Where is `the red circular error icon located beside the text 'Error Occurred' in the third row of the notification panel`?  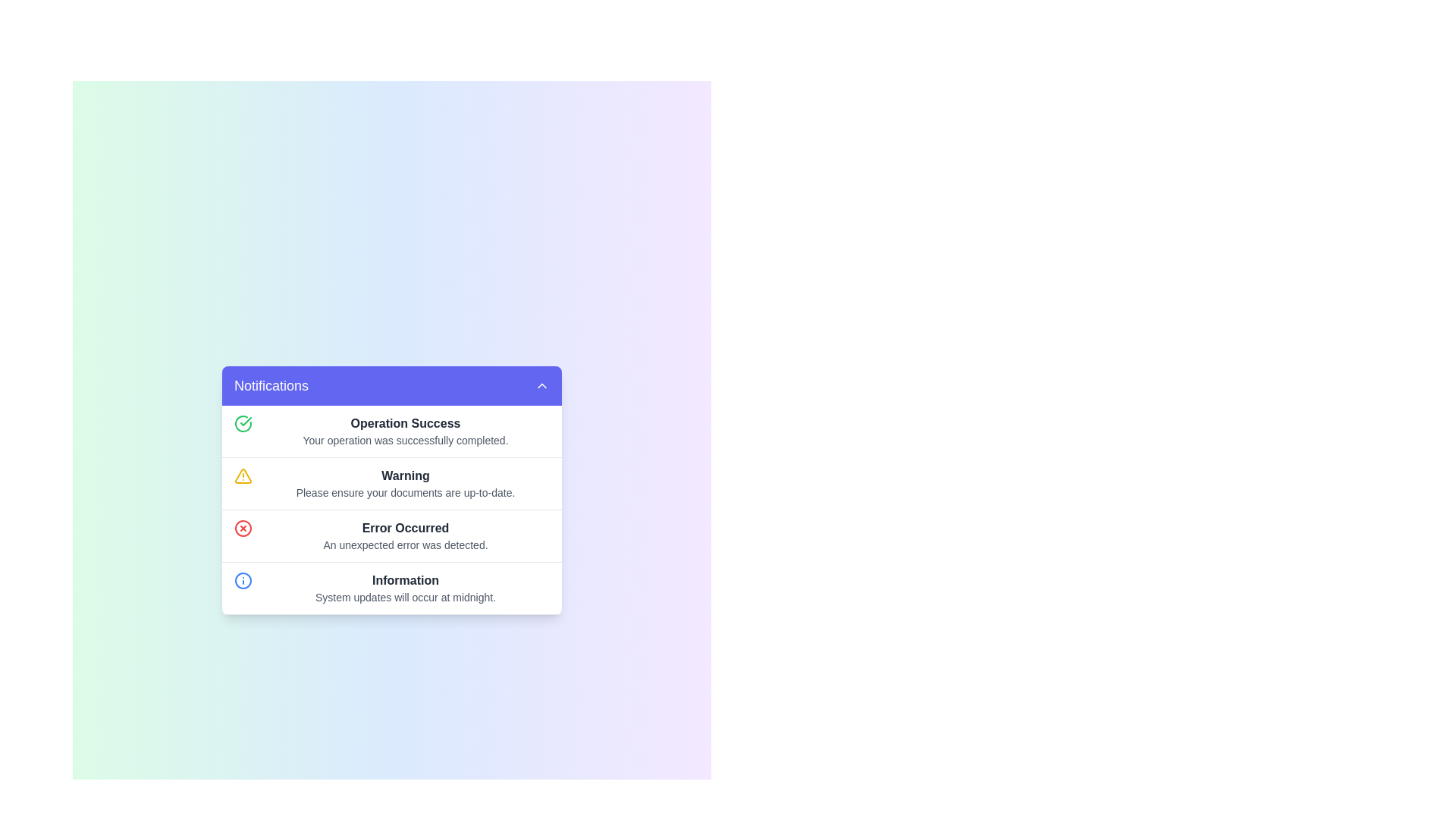
the red circular error icon located beside the text 'Error Occurred' in the third row of the notification panel is located at coordinates (243, 528).